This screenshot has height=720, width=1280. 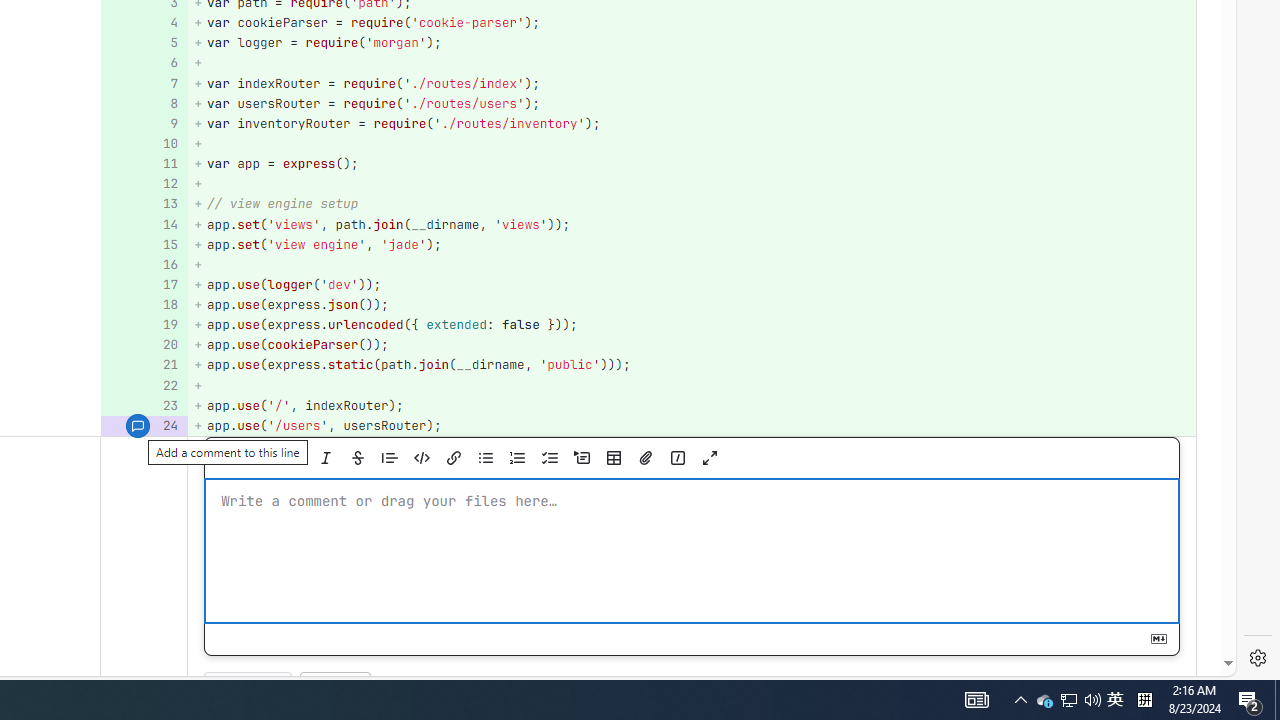 I want to click on '23', so click(x=141, y=405).